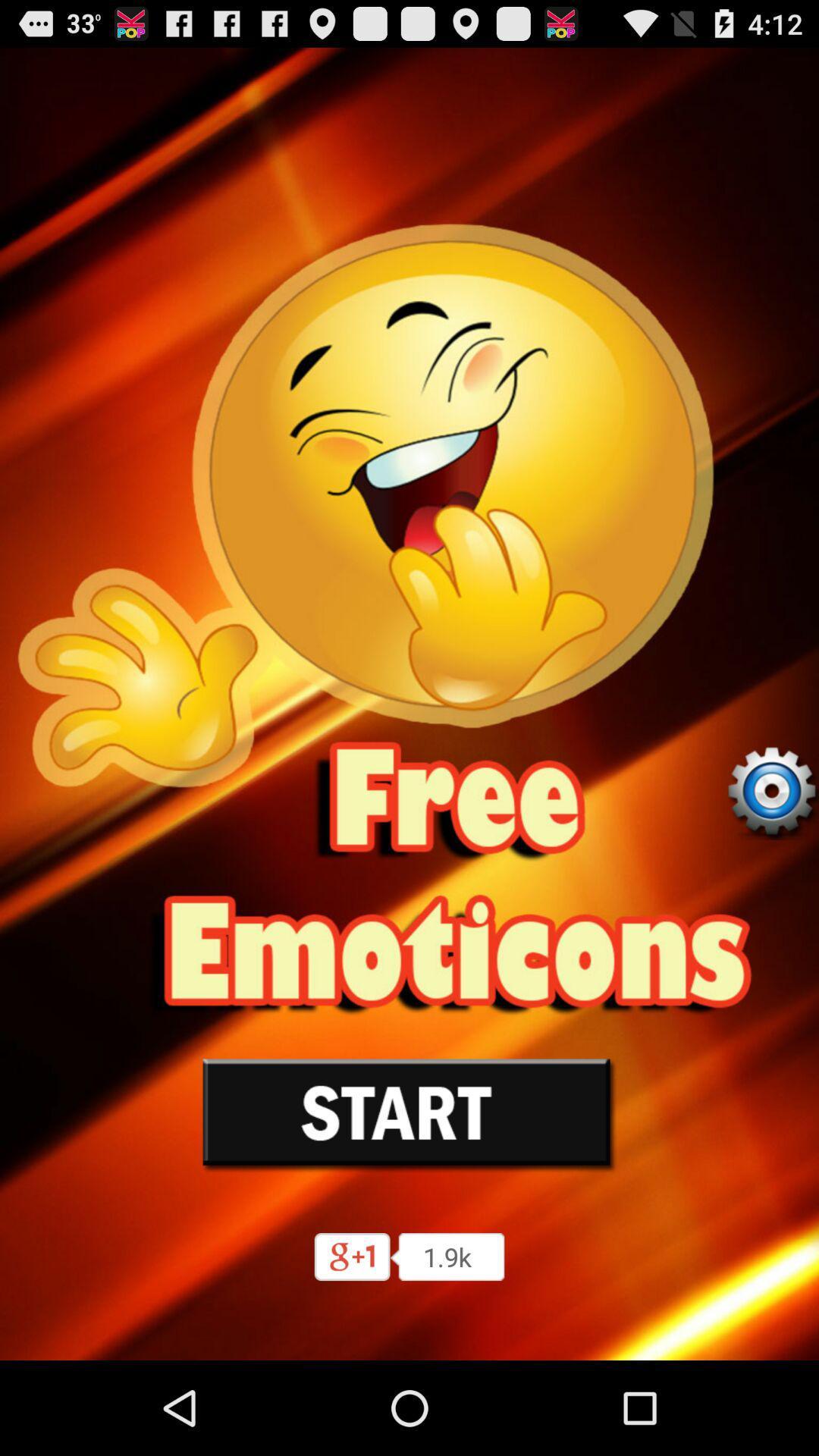 This screenshot has height=1456, width=819. I want to click on settings, so click(771, 791).